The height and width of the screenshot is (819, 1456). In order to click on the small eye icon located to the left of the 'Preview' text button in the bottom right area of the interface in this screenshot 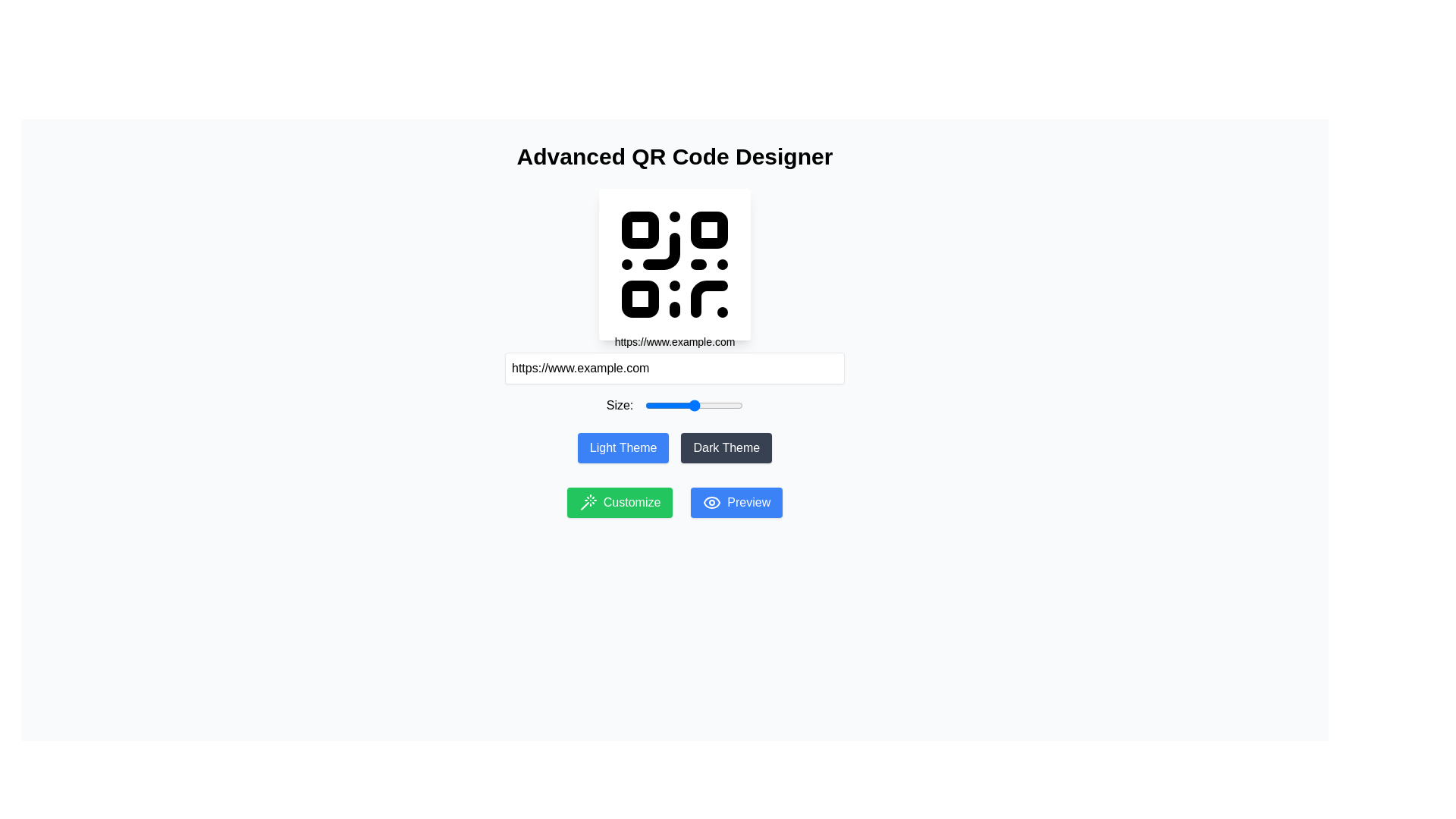, I will do `click(711, 503)`.